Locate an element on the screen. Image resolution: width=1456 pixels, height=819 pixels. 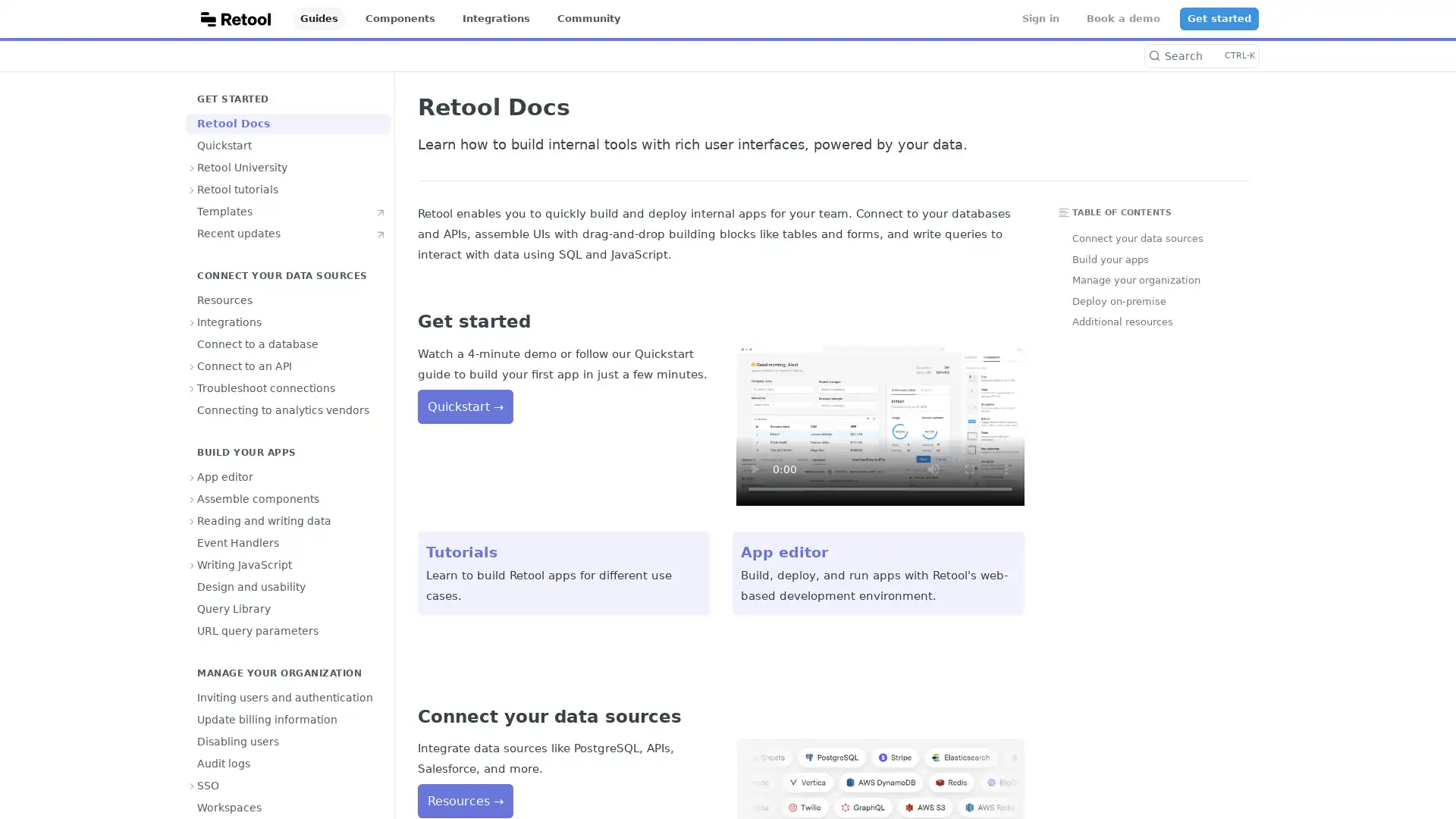
Show subpages for Connect to an API is located at coordinates (192, 366).